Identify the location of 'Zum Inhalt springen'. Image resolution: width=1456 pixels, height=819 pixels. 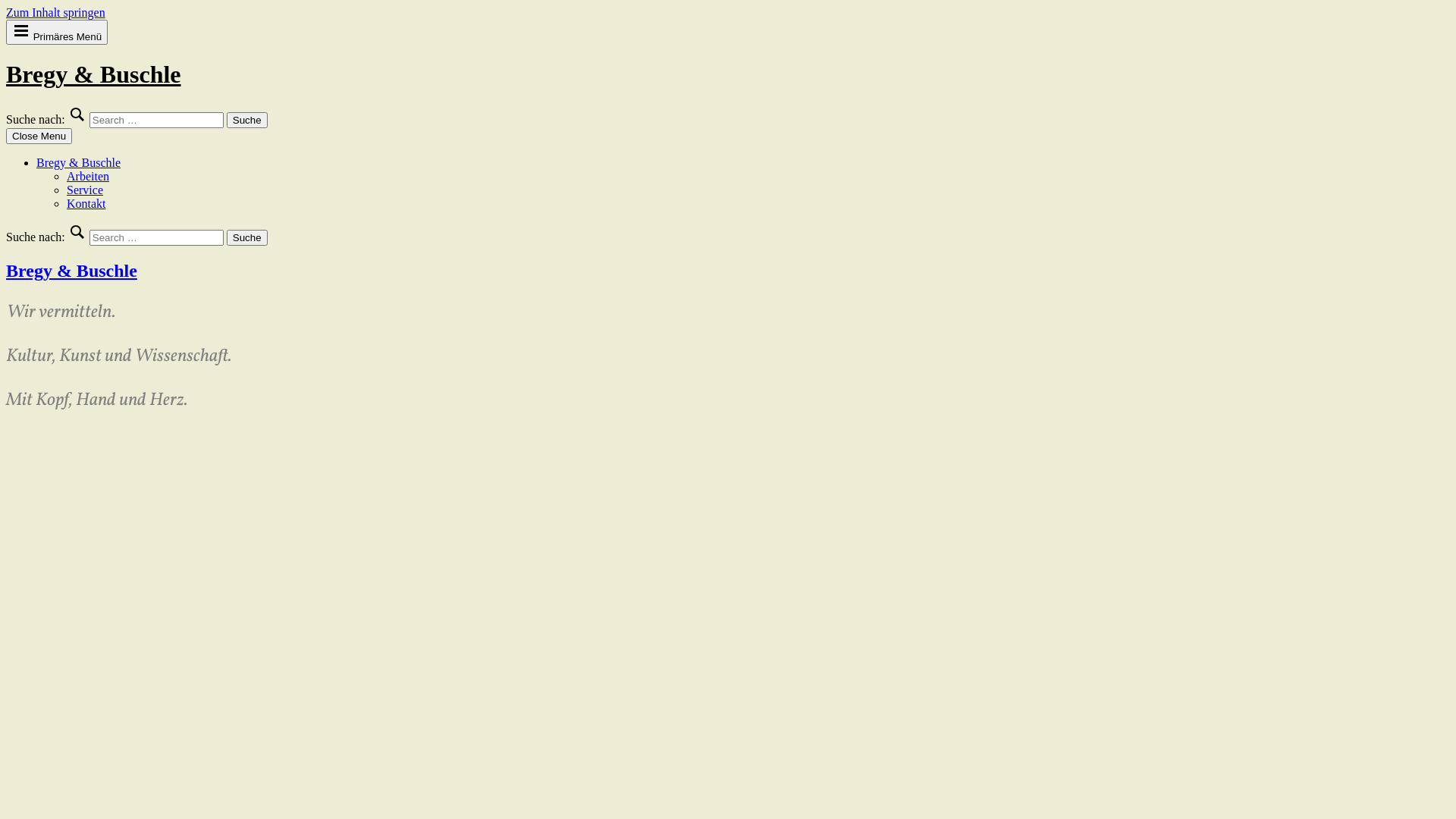
(55, 12).